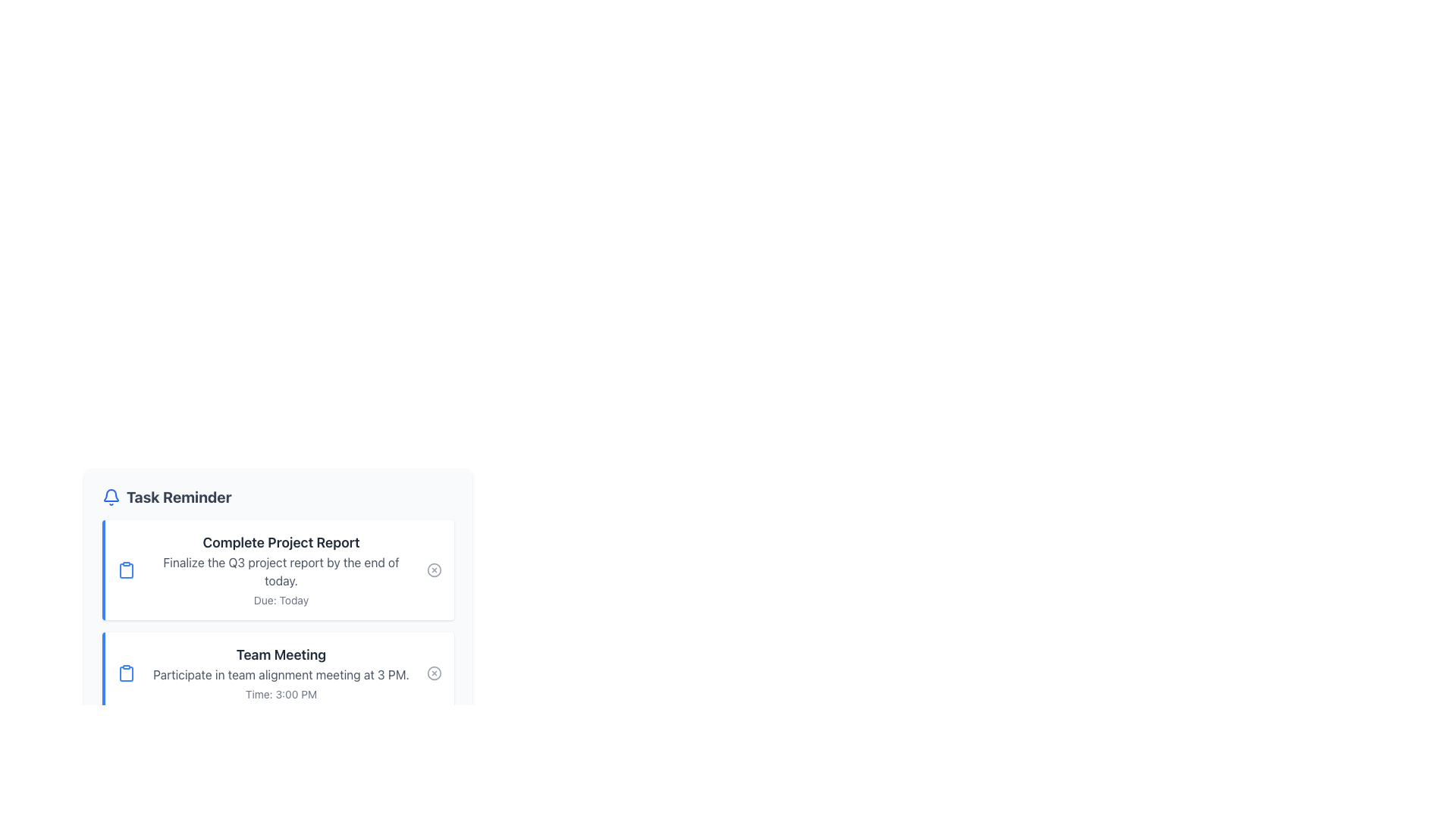  What do you see at coordinates (433, 672) in the screenshot?
I see `the button located on the far right side of the 'Team Meeting' section to change its appearance` at bounding box center [433, 672].